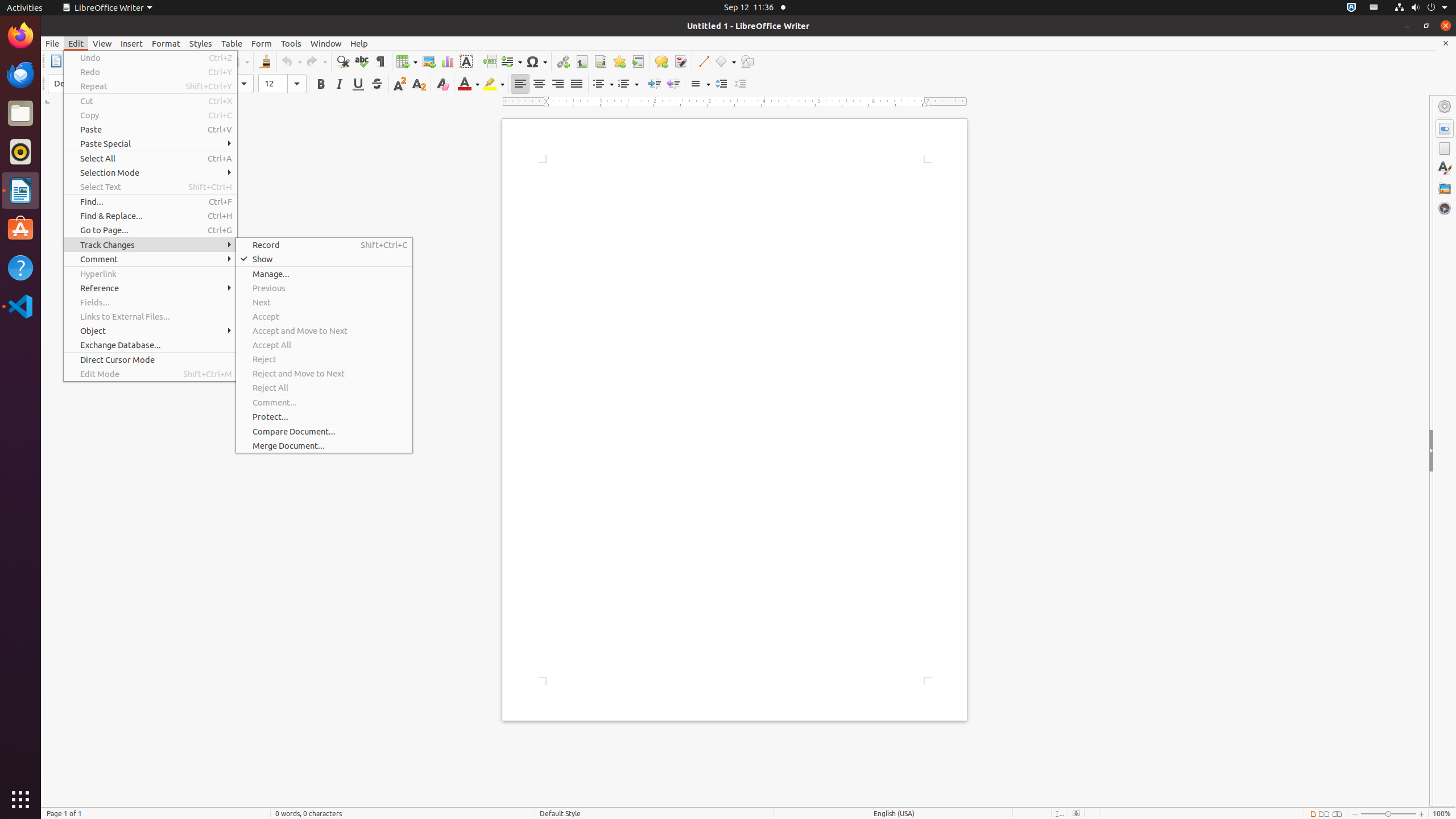 This screenshot has height=819, width=1456. I want to click on 'Accept All', so click(324, 344).